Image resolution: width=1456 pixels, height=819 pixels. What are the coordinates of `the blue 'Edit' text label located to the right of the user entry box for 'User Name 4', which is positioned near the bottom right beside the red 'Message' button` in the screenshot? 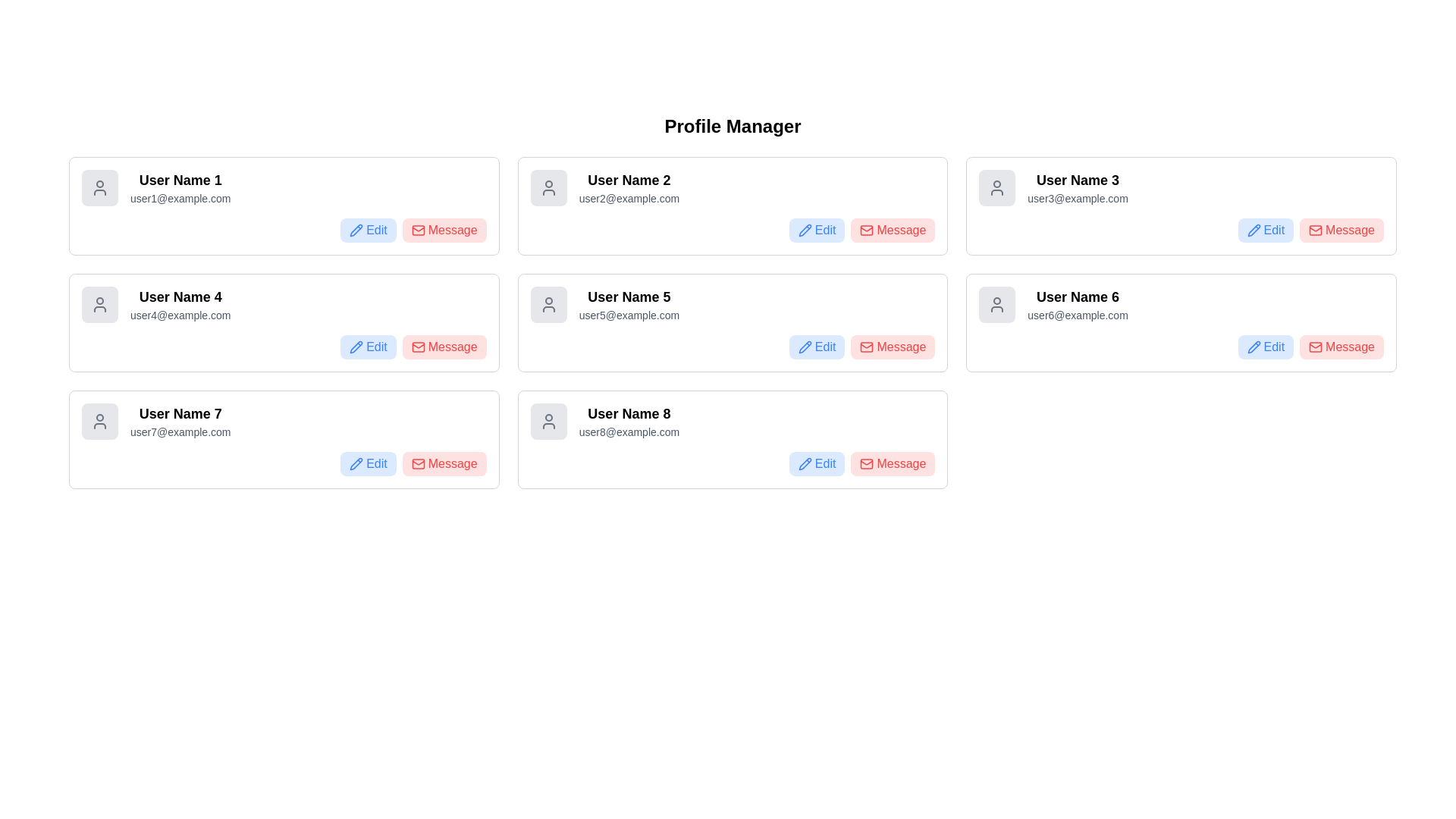 It's located at (376, 347).